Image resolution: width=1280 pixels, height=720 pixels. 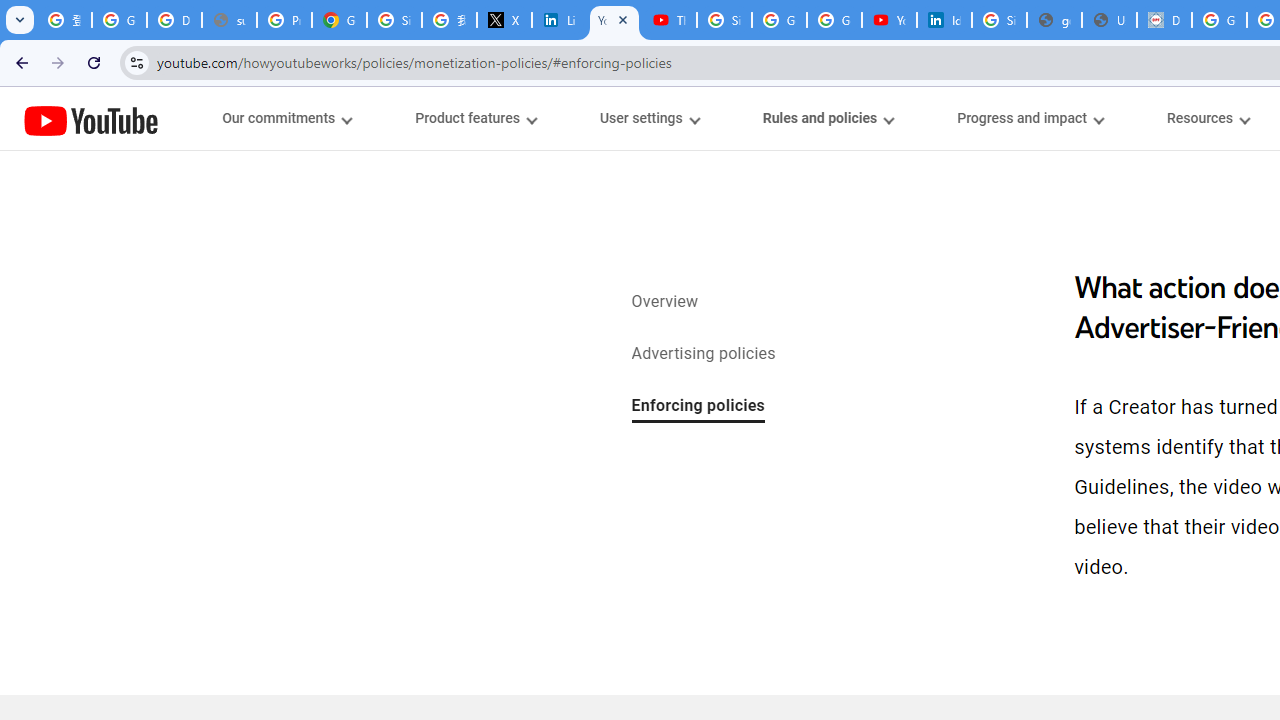 I want to click on 'google_privacy_policy_en.pdf', so click(x=1053, y=20).